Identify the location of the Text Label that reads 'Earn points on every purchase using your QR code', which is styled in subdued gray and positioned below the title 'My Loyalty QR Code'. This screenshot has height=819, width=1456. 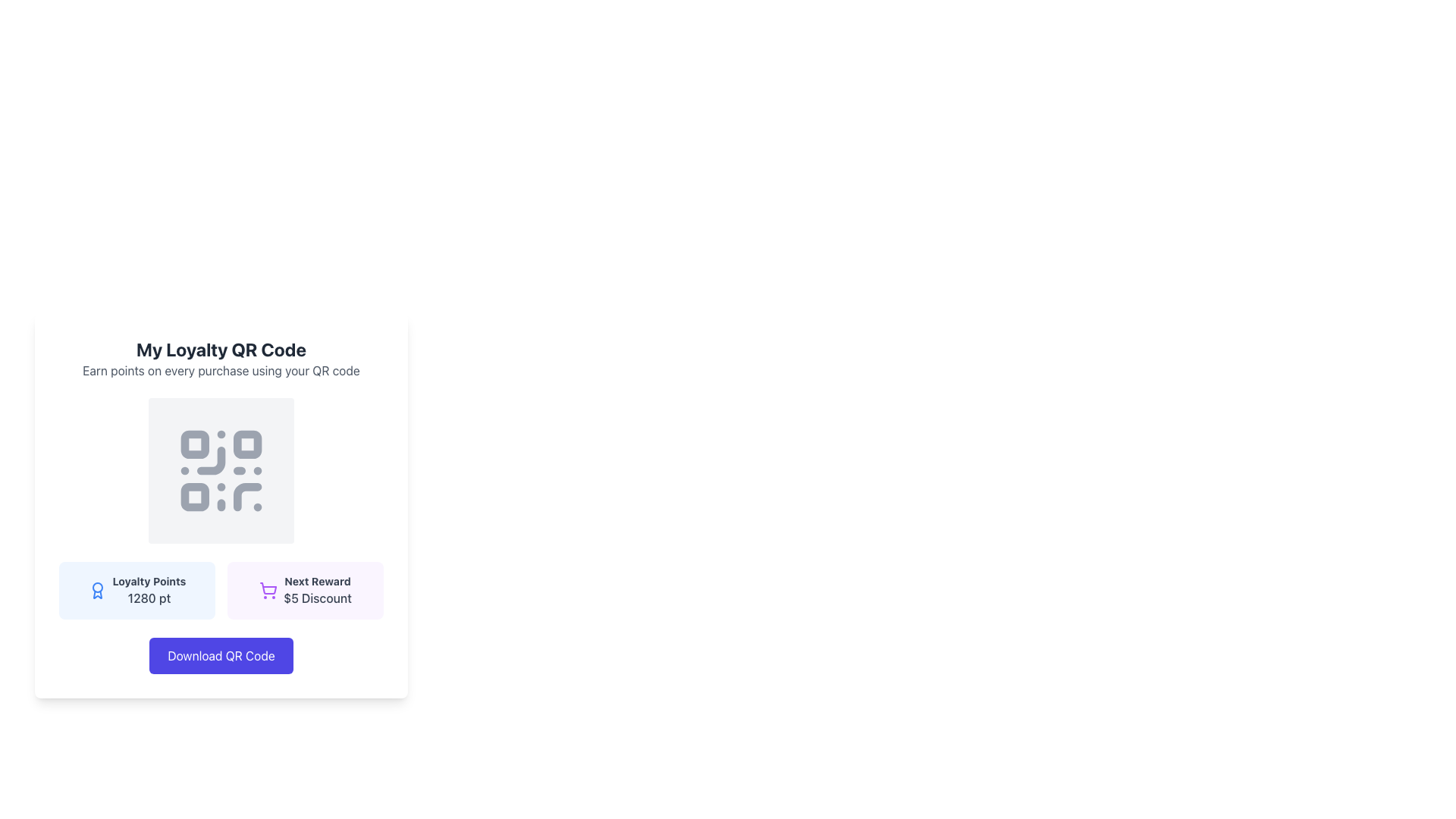
(221, 371).